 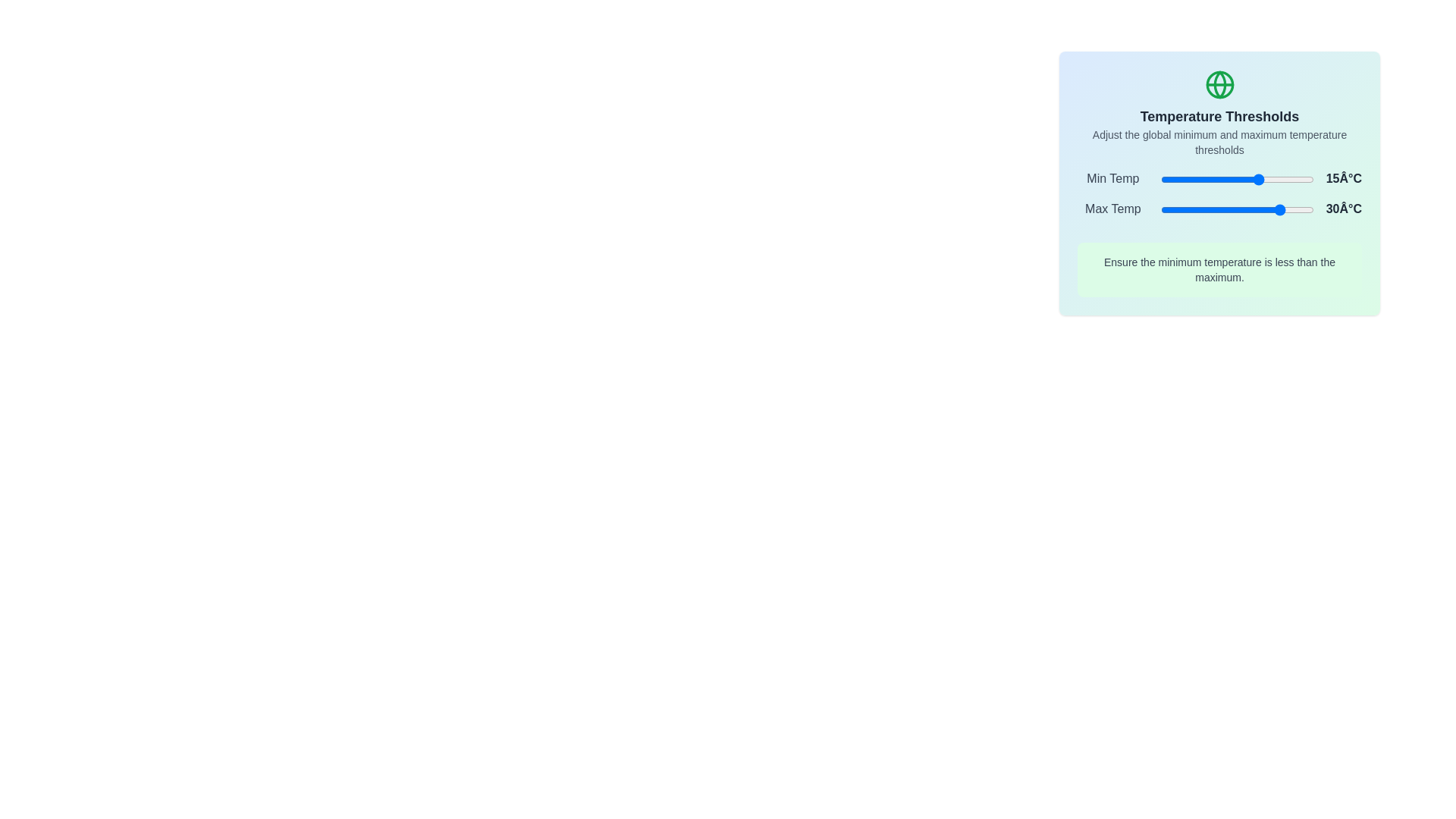 I want to click on the minimum temperature slider to -29°C, so click(x=1192, y=178).